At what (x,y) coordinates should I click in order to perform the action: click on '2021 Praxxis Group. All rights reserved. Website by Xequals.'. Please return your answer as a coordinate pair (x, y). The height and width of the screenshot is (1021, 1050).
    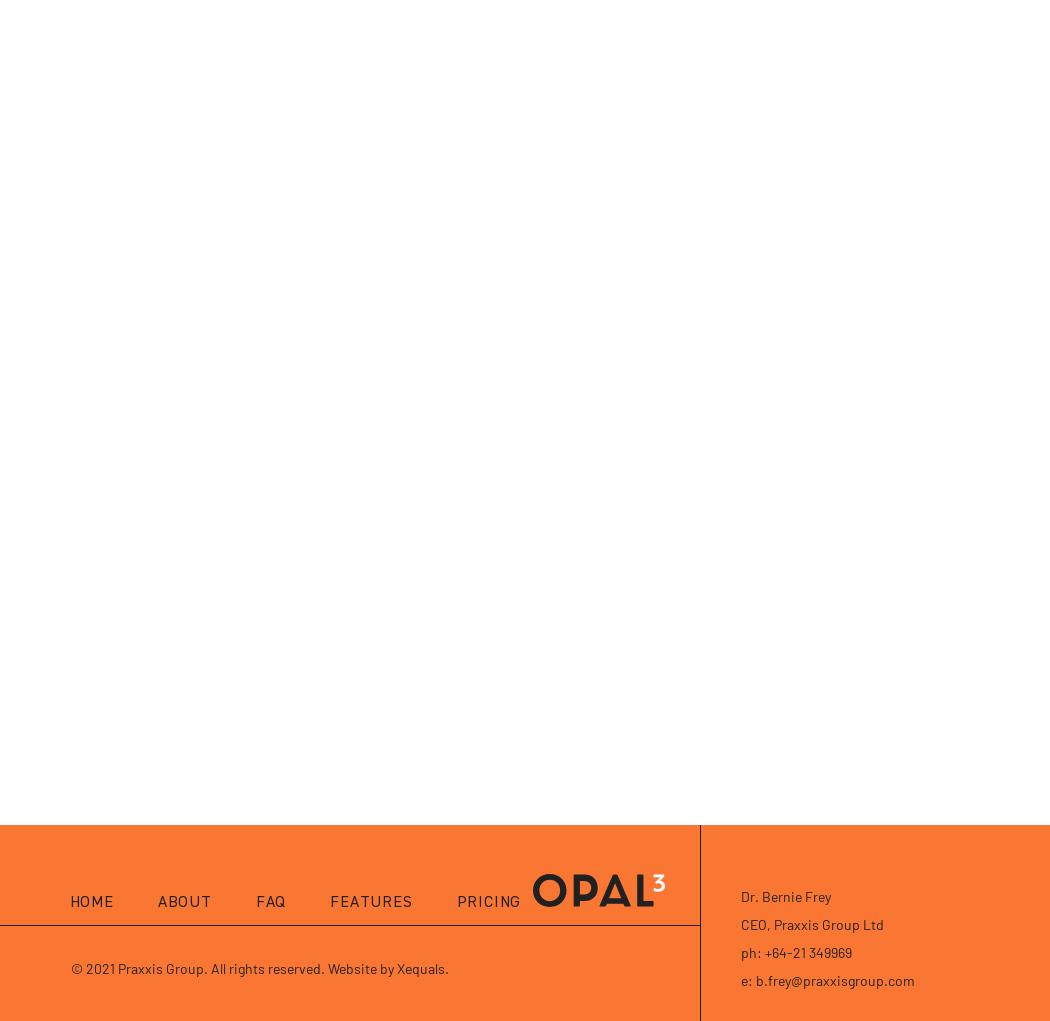
    Looking at the image, I should click on (265, 967).